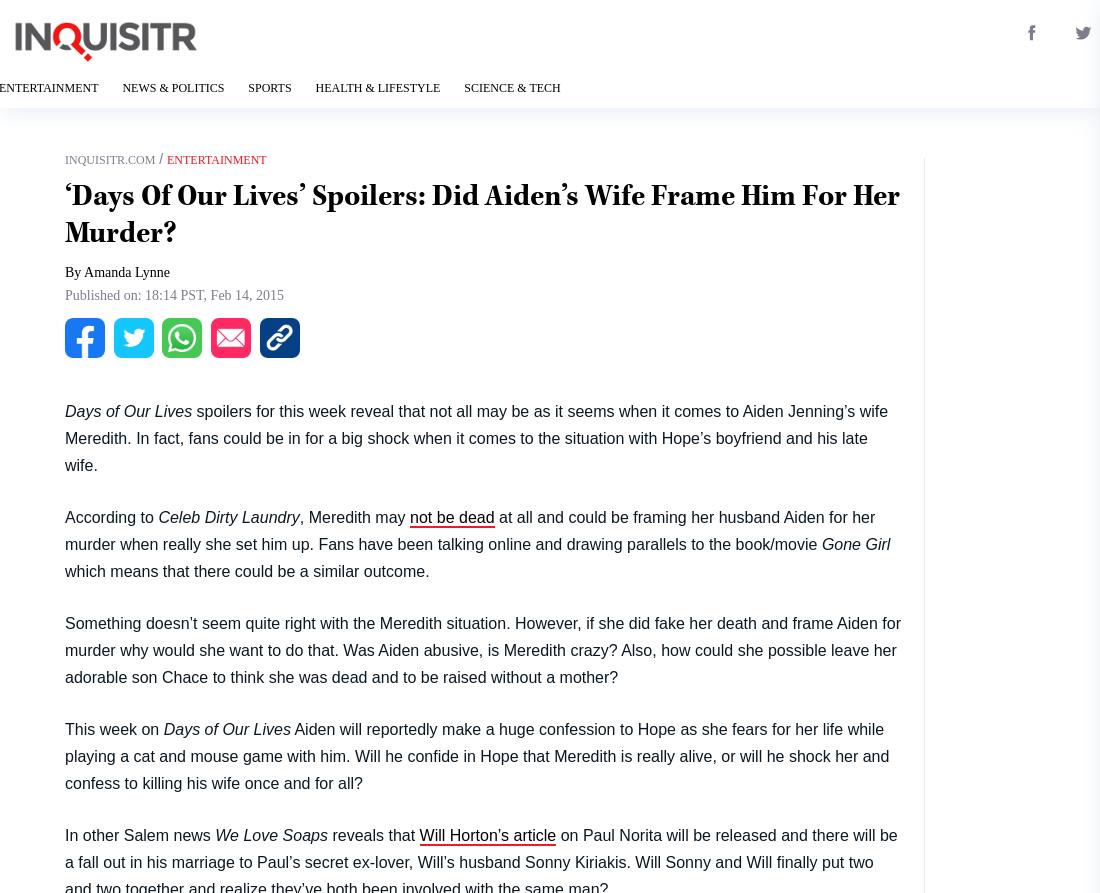 The height and width of the screenshot is (893, 1100). What do you see at coordinates (110, 159) in the screenshot?
I see `'INQUISITR.COM'` at bounding box center [110, 159].